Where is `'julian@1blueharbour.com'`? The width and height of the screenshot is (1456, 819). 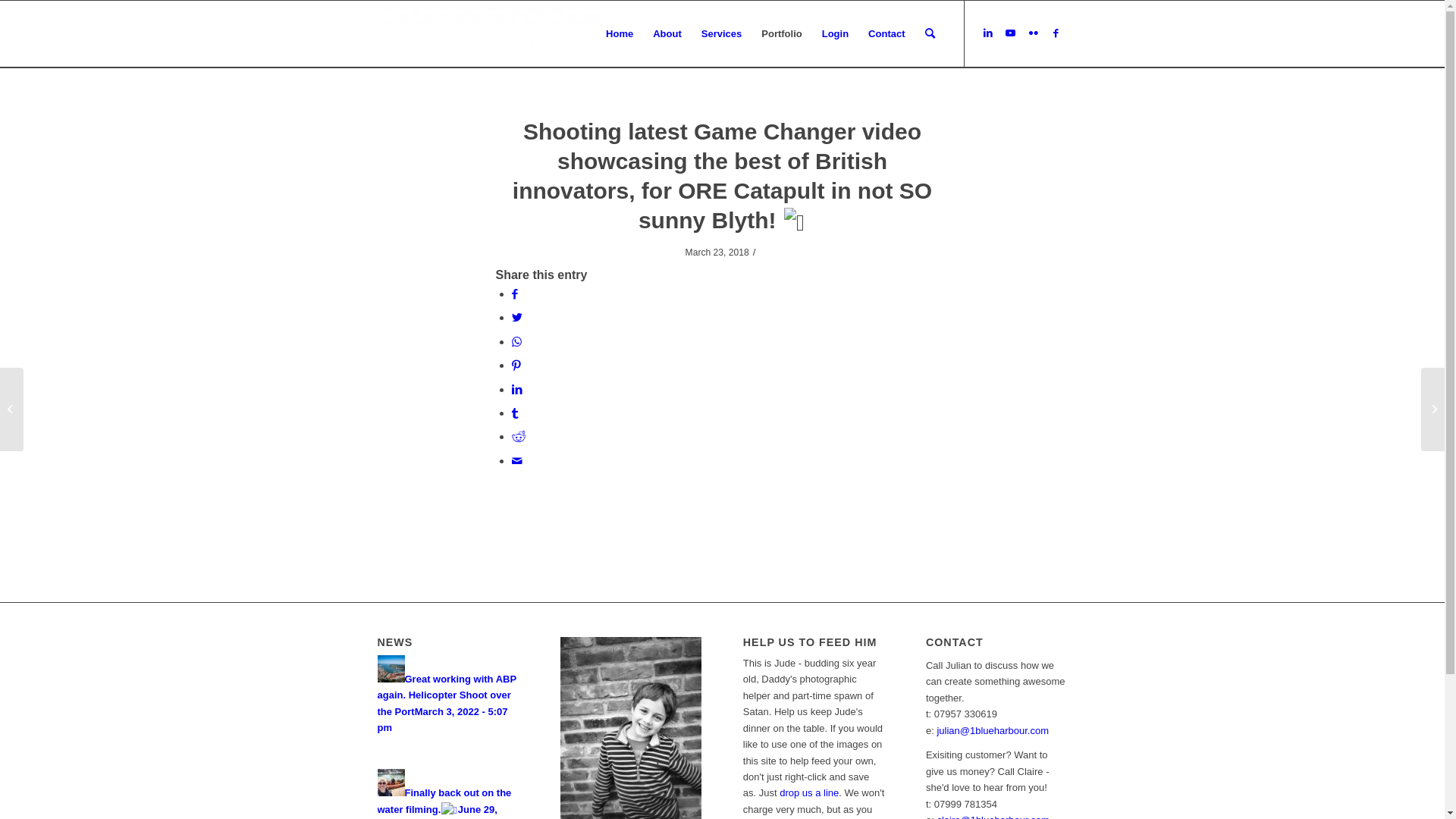 'julian@1blueharbour.com' is located at coordinates (935, 730).